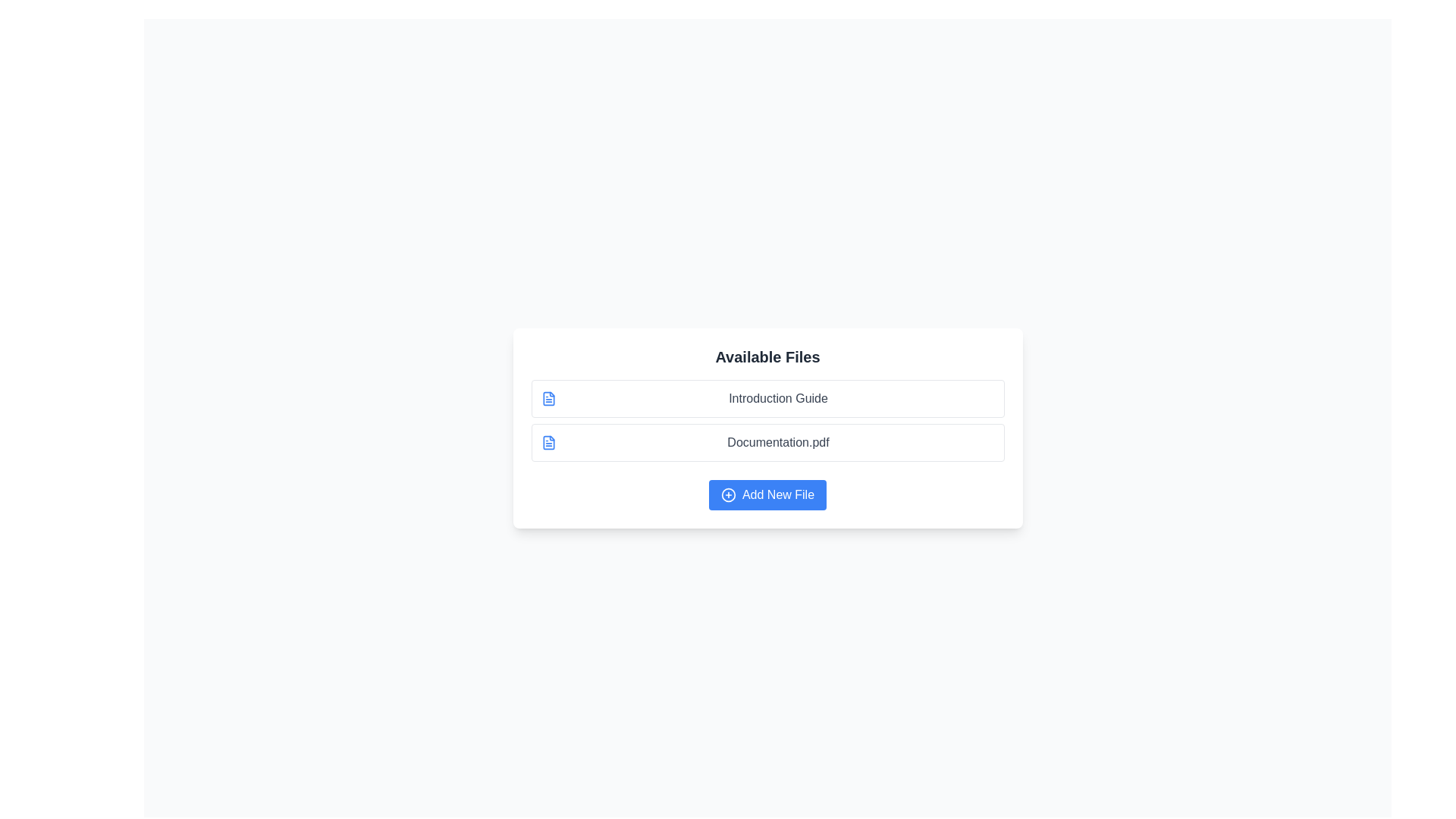 This screenshot has height=819, width=1456. I want to click on the distinct button at the center-bottom of the visible card to initiate the file addition process, so click(767, 494).